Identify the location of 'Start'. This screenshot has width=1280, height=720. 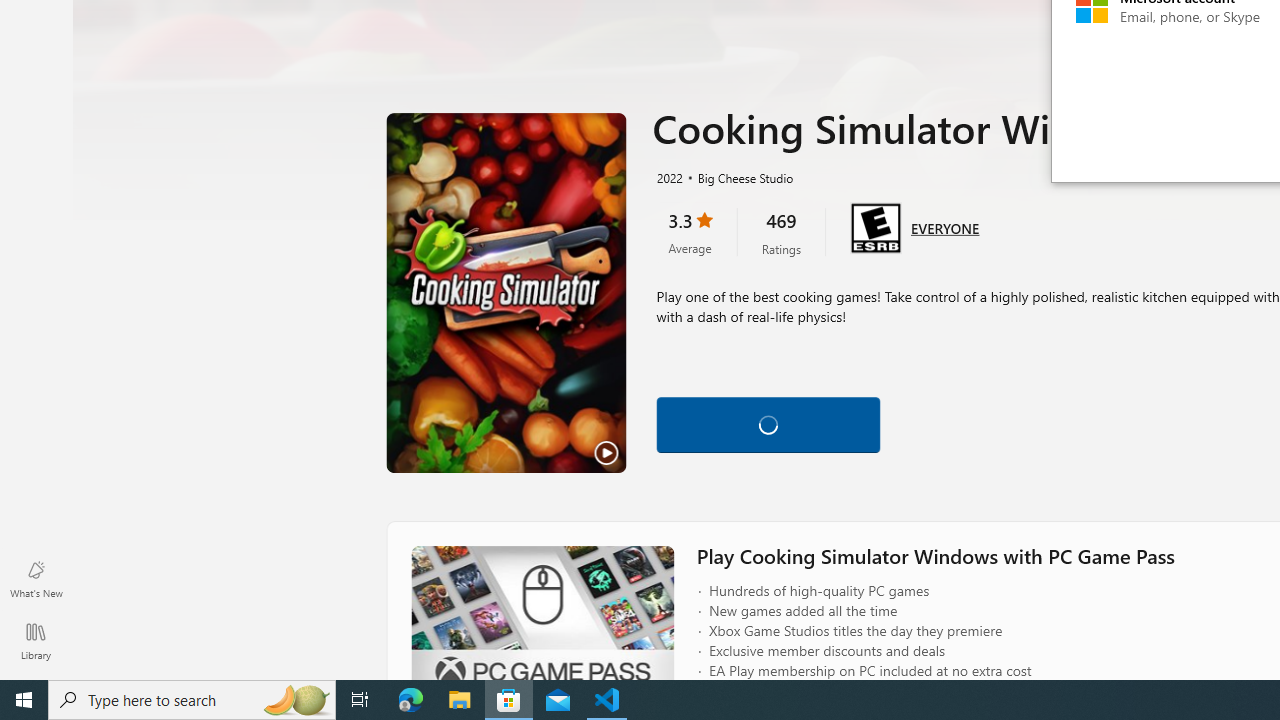
(24, 698).